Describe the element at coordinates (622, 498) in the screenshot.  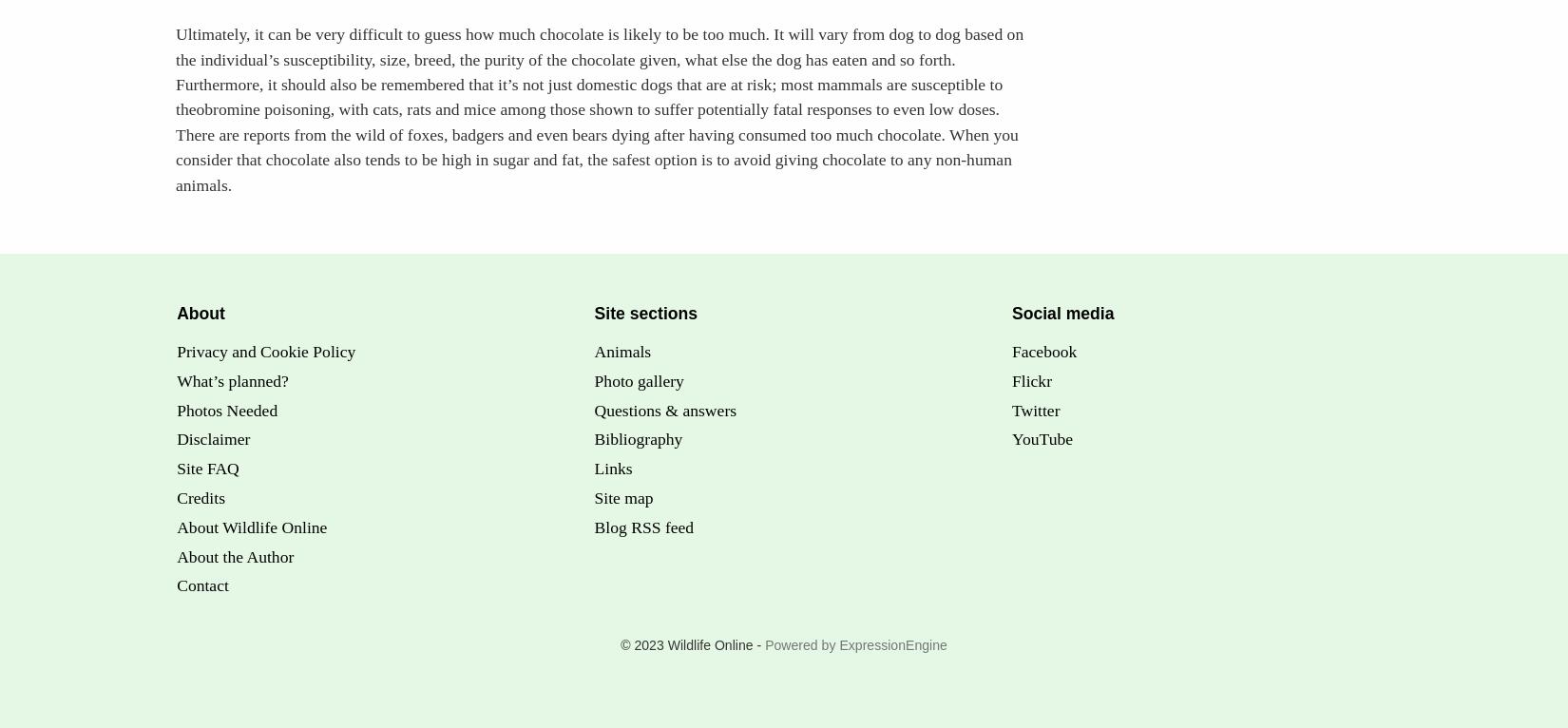
I see `'Site map'` at that location.